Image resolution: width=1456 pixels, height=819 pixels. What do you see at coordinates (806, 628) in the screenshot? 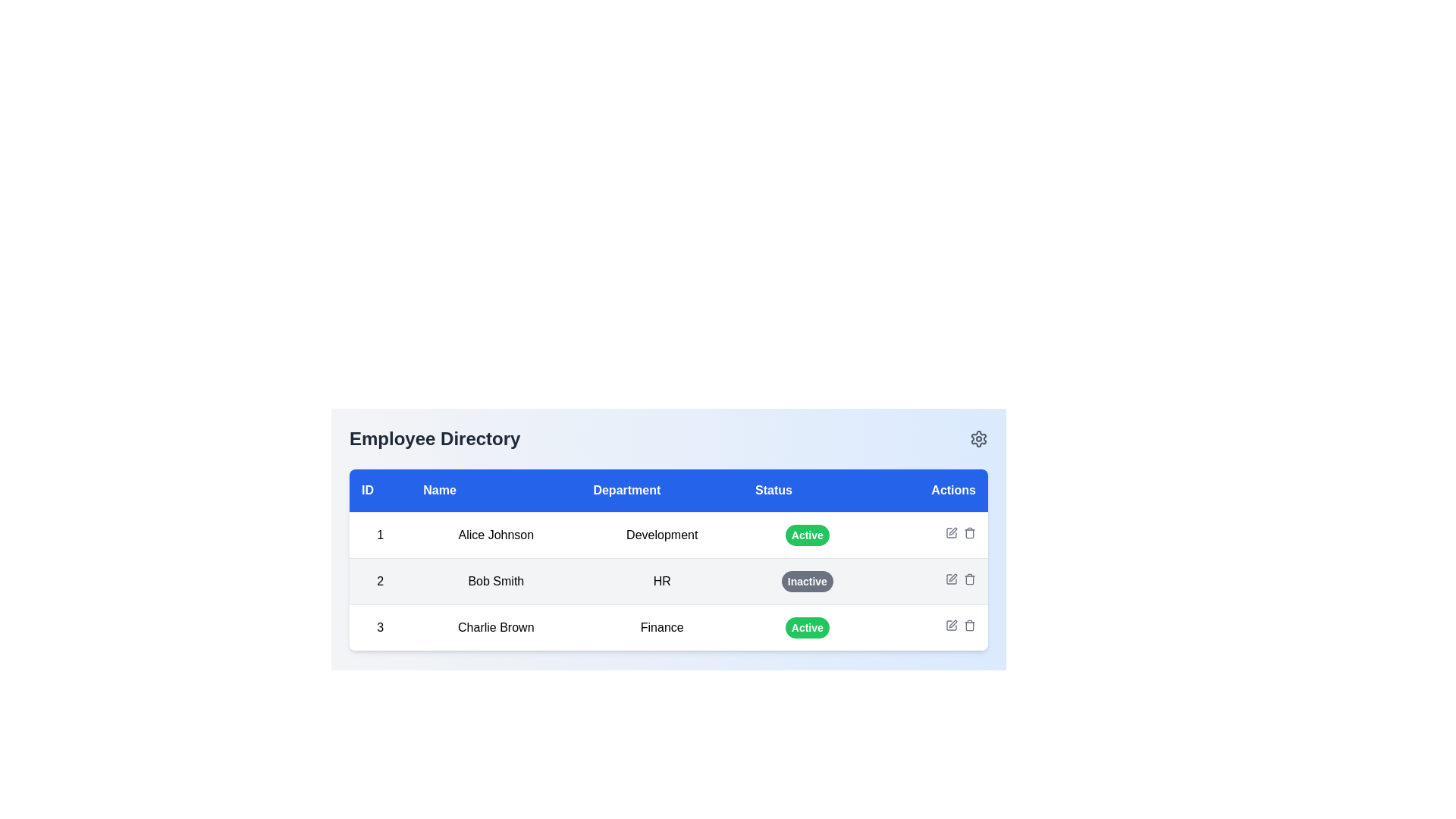
I see `the green 'Active' status badge located in the 'Status' column of the third row in the 'Employee Directory' interface, next to the 'Finance' label` at bounding box center [806, 628].